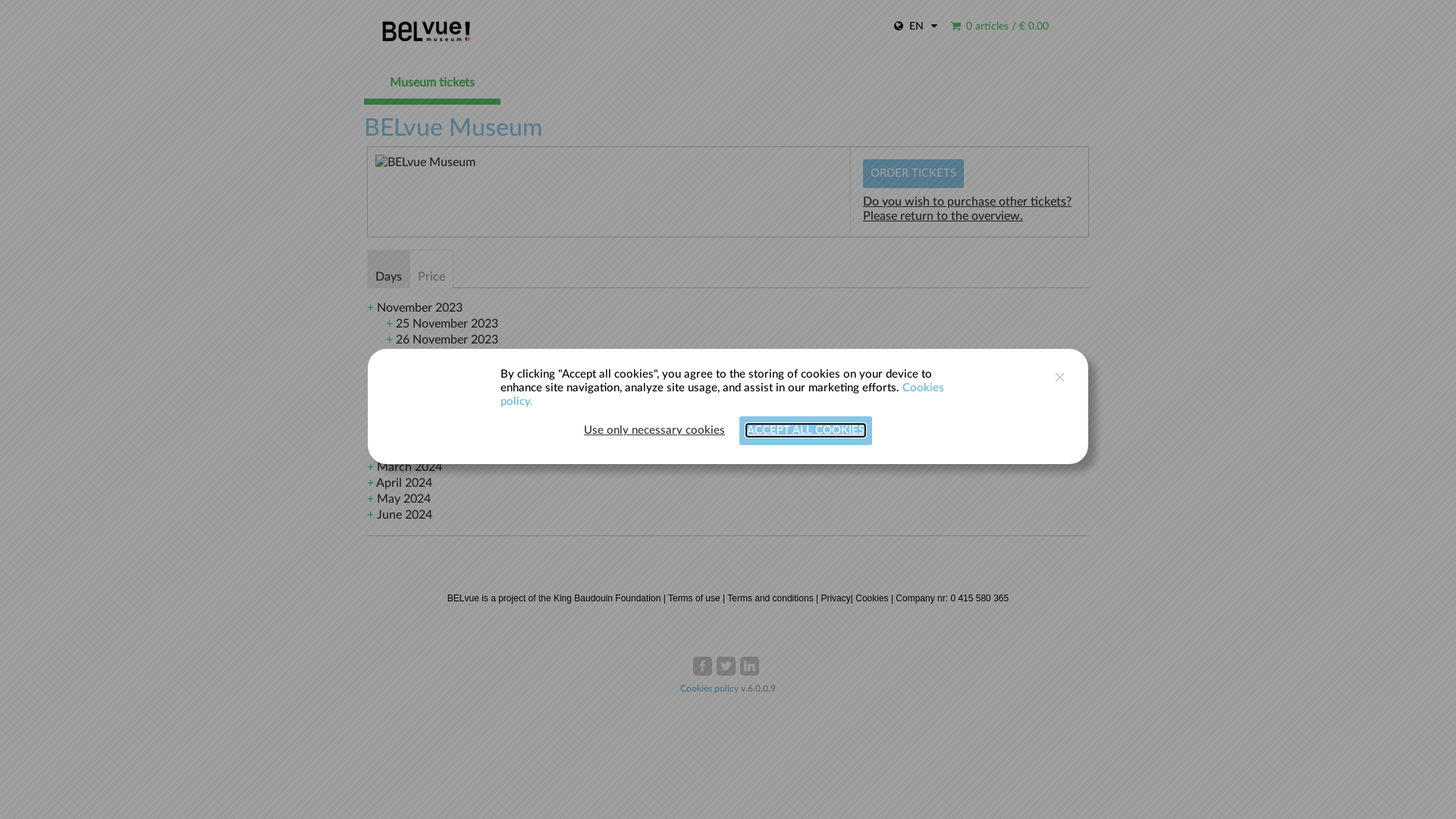 The height and width of the screenshot is (819, 1456). What do you see at coordinates (409, 268) in the screenshot?
I see `'Price'` at bounding box center [409, 268].